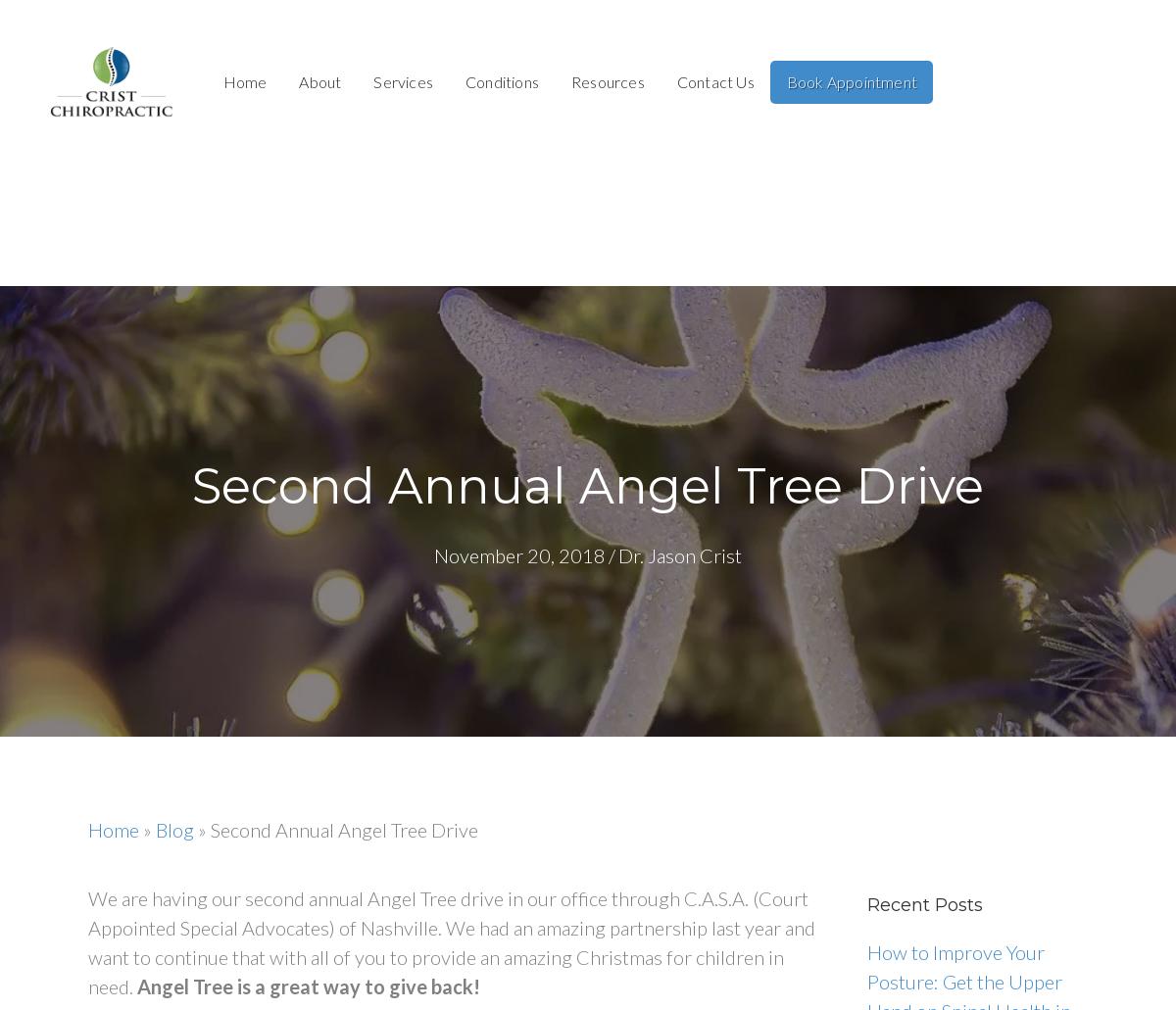 This screenshot has height=1010, width=1176. I want to click on 'We are having our second annual Angel Tree drive in our office through C.A.S.A. (Court Appointed Special Advocates) of Nashville. We had an amazing partnership last year and want to continue that with all of you to provide an amazing Christmas for children in need.', so click(451, 941).